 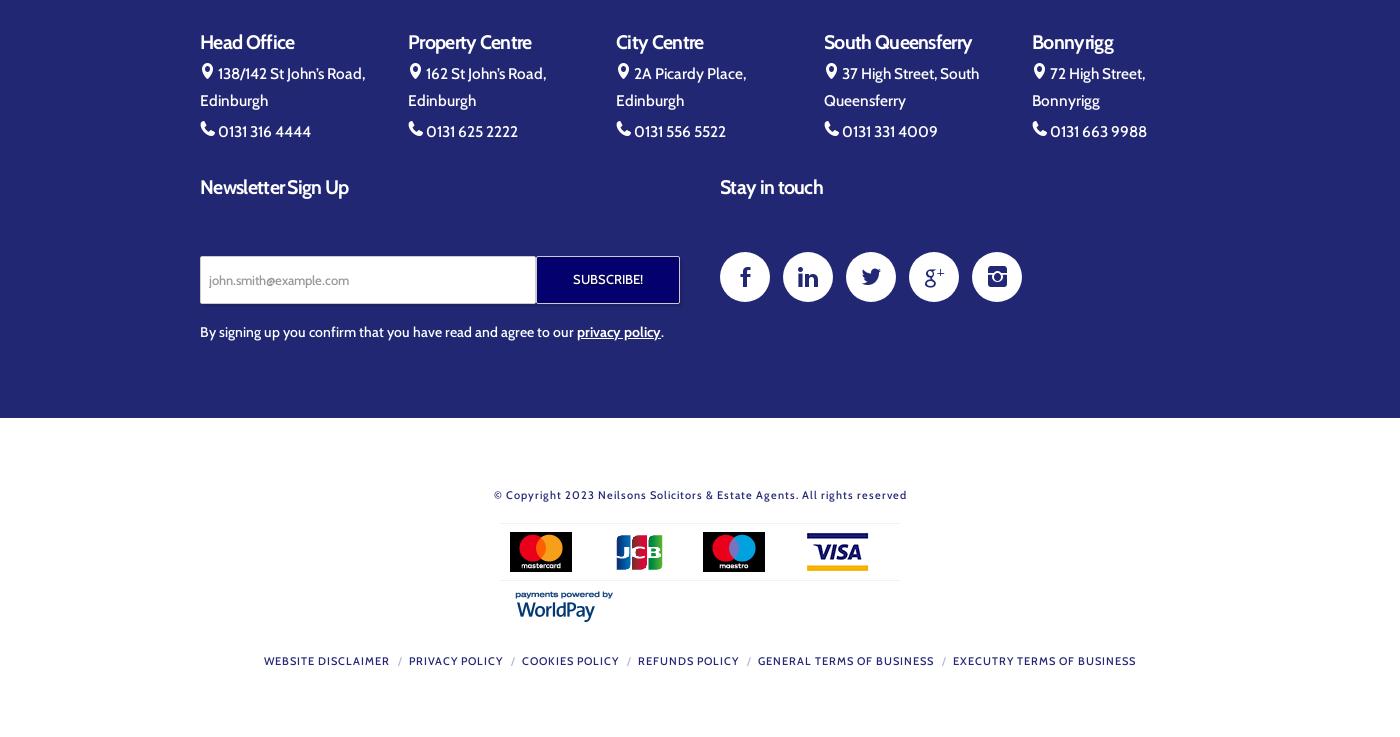 I want to click on 'Privacy Policy', so click(x=455, y=658).